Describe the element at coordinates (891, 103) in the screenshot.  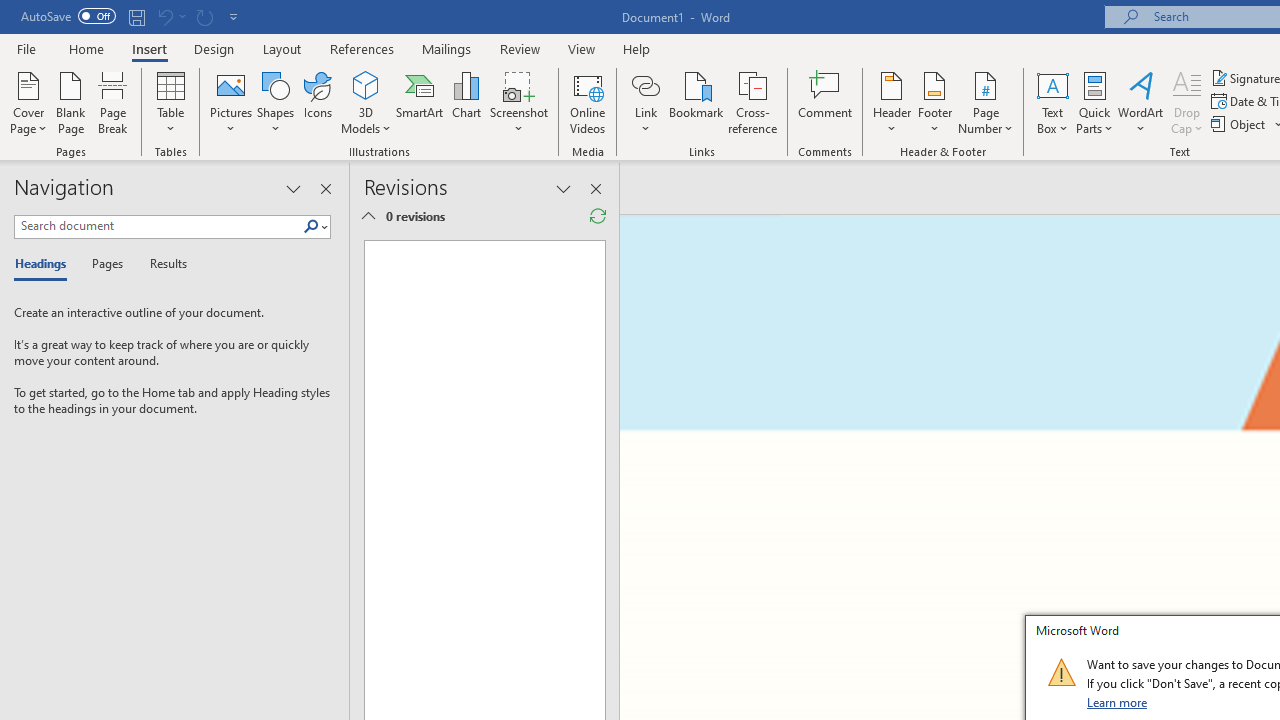
I see `'Header'` at that location.